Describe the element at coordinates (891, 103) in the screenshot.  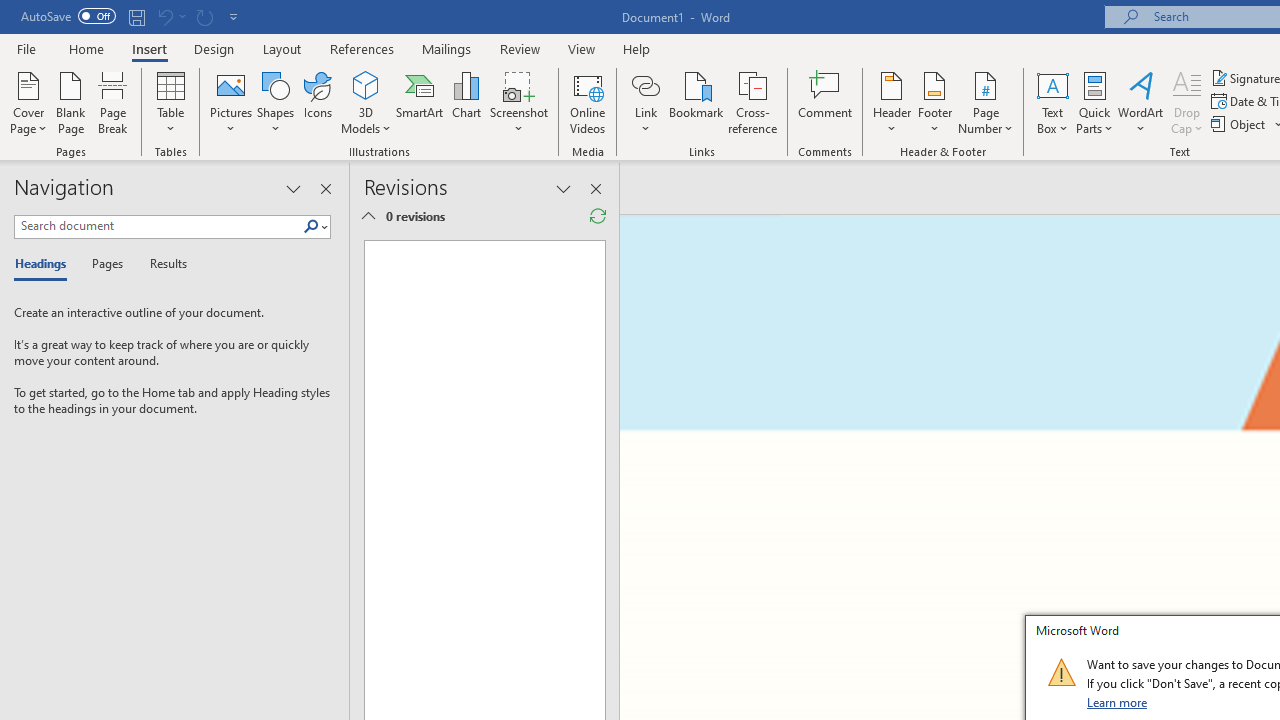
I see `'Header'` at that location.